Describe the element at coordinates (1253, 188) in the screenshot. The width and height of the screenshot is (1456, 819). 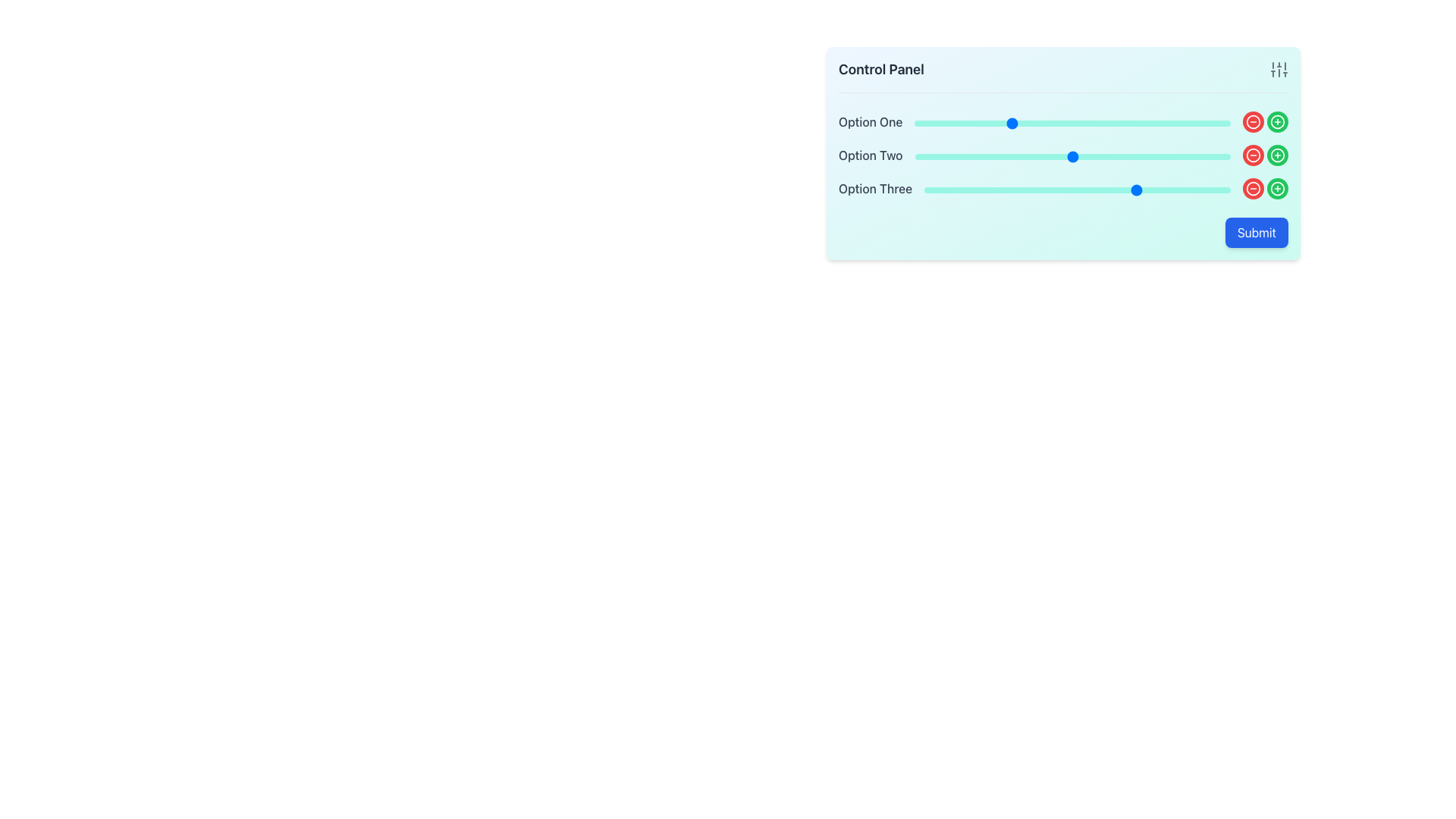
I see `the last red circular icon with a minus symbol to decrease the value associated with 'Option Three'` at that location.